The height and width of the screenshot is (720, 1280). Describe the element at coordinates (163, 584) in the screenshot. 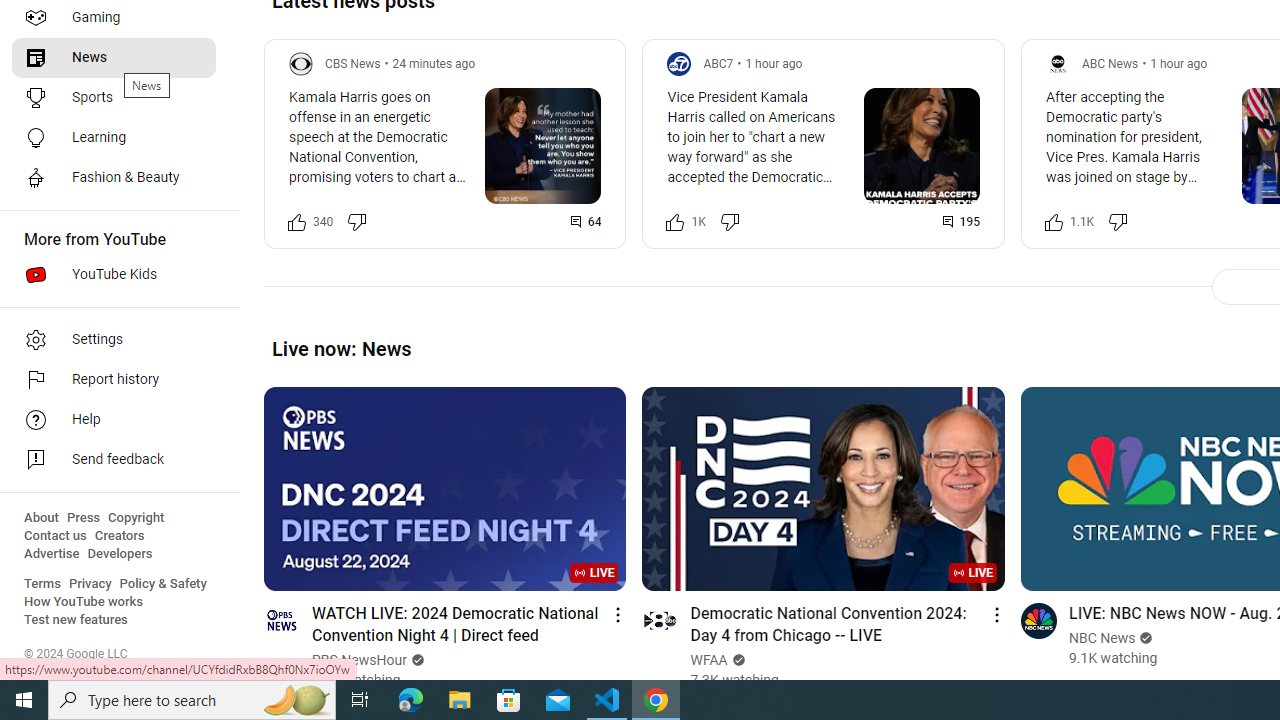

I see `'Policy & Safety'` at that location.